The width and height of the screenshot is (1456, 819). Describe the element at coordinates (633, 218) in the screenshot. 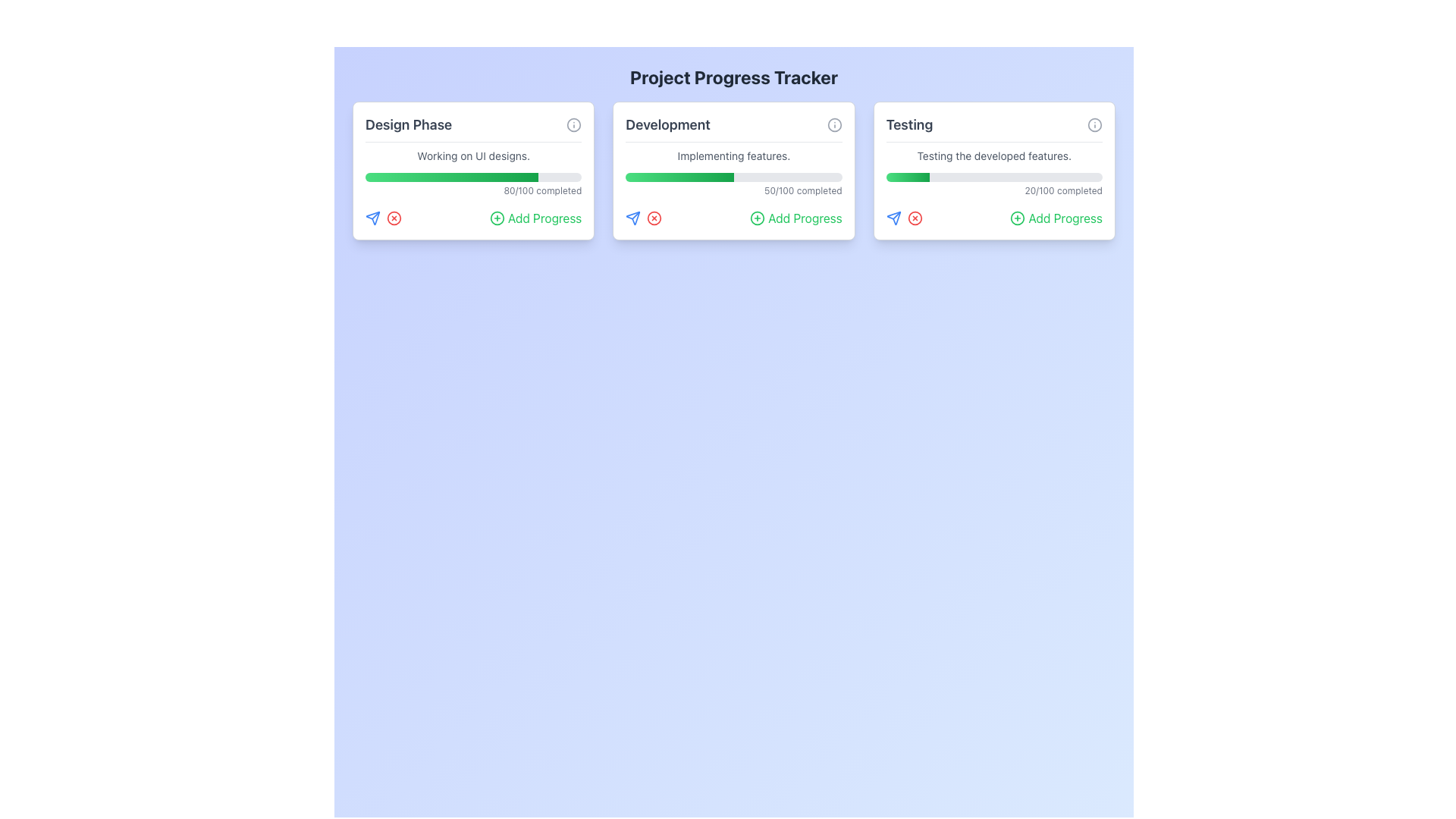

I see `the icon-based button with a paper airplane motif styled in blue, located under the 'Testing' section` at that location.